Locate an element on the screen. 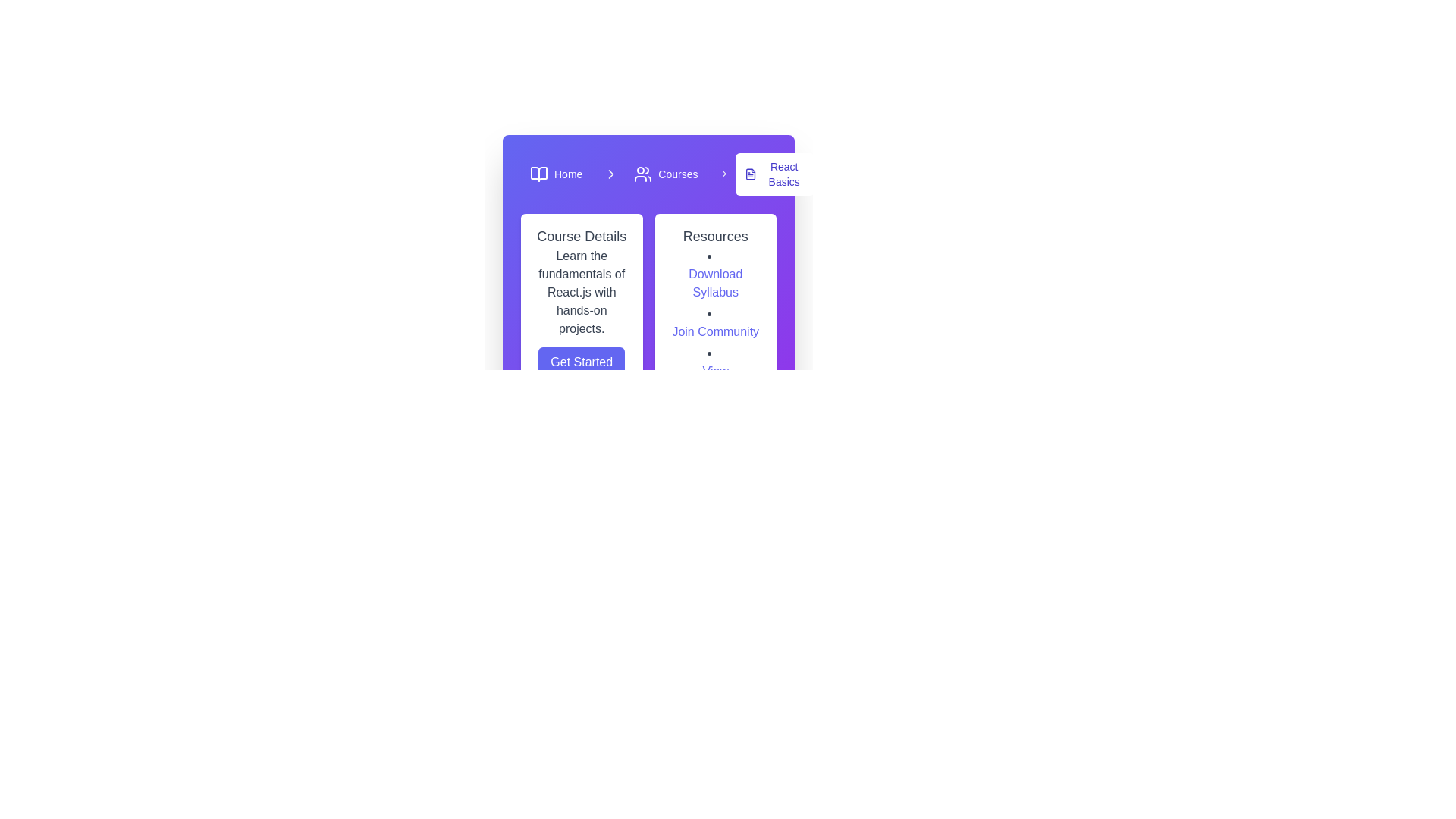 The width and height of the screenshot is (1456, 819). the right-facing chevron icon located at the top-right corner of the interface is located at coordinates (611, 174).